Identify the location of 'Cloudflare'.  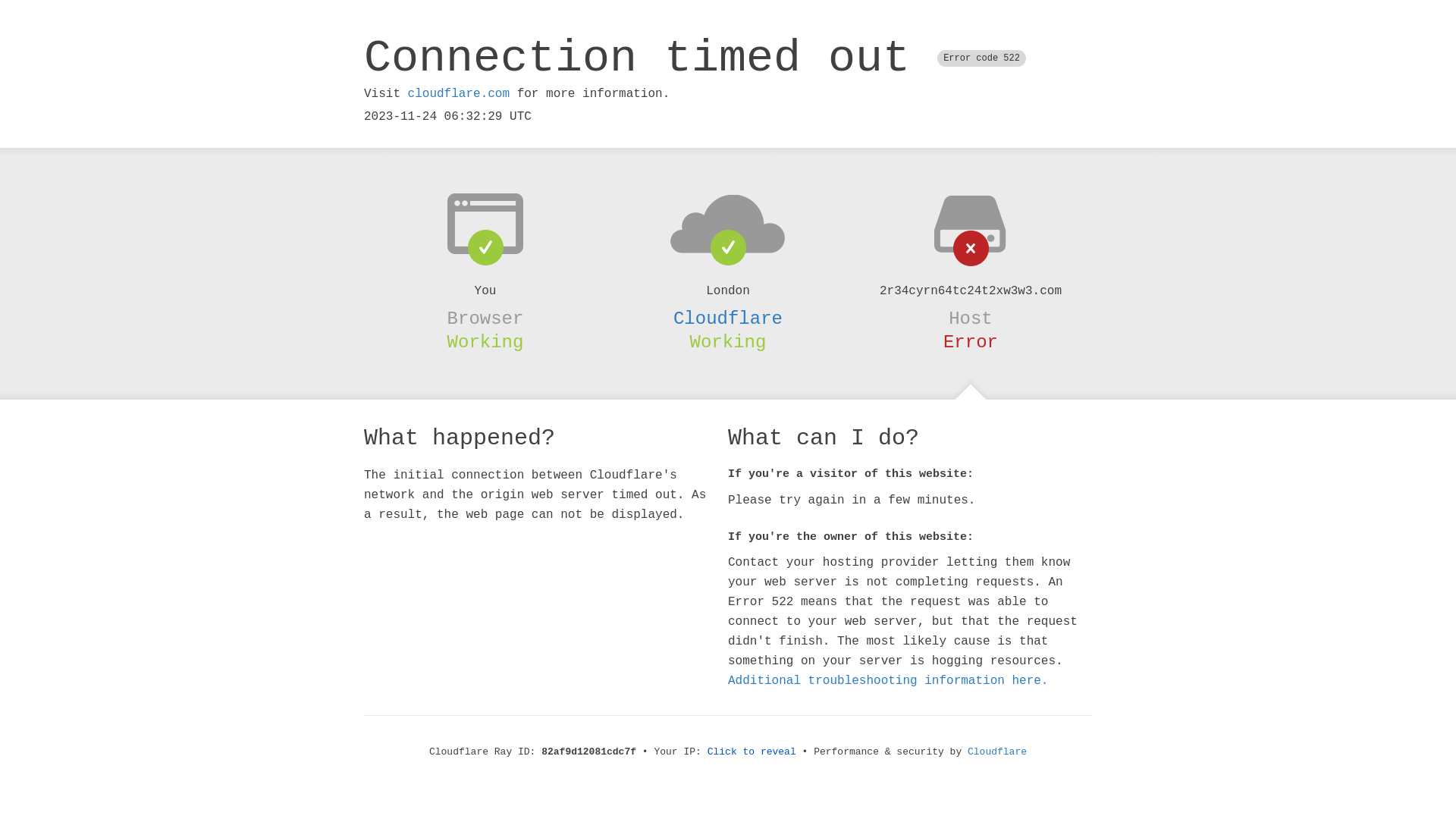
(728, 318).